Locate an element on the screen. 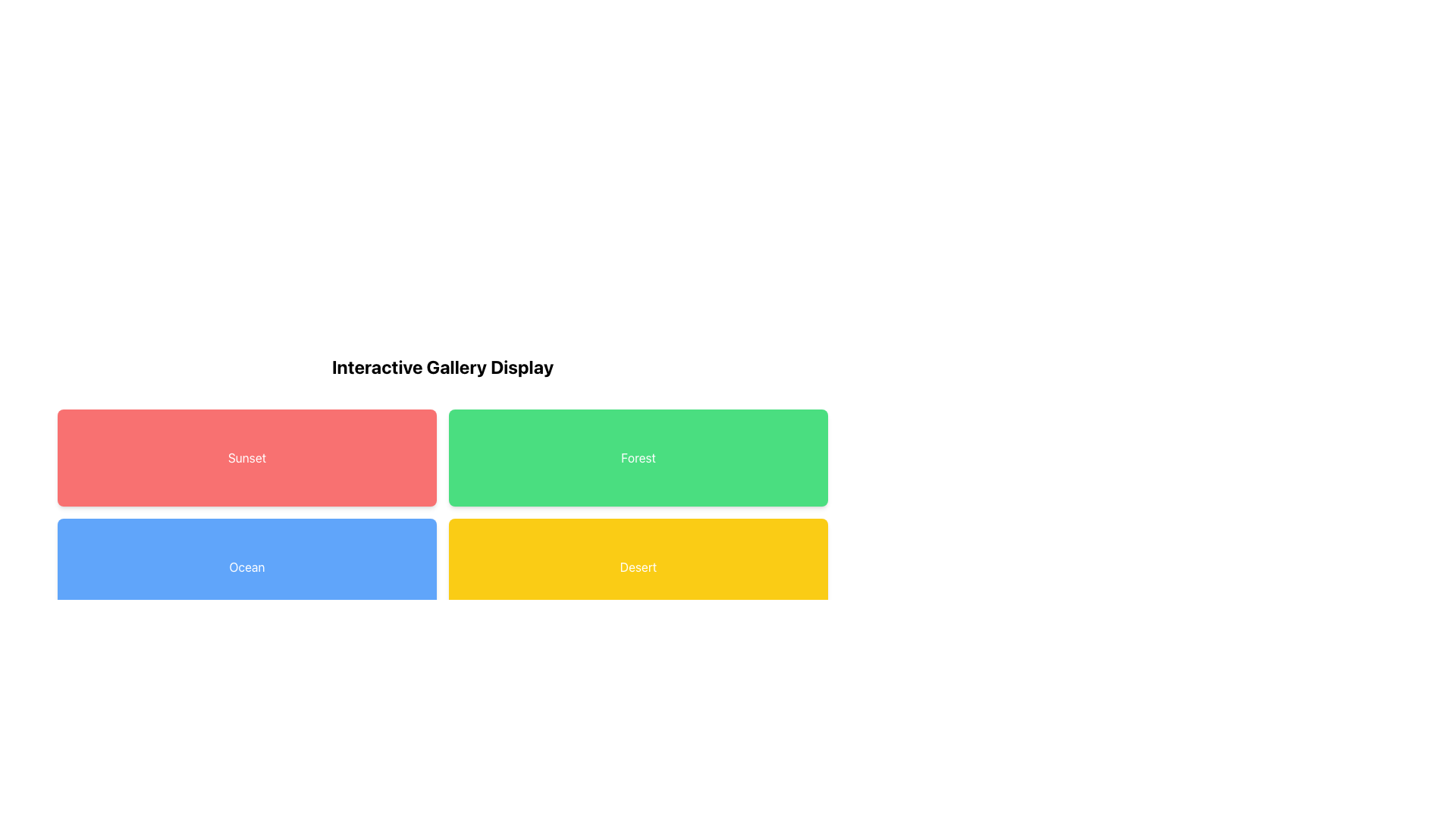 Image resolution: width=1456 pixels, height=819 pixels. the 'Sunset' interactive card located at the top-left corner of the 2x2 grid is located at coordinates (247, 457).